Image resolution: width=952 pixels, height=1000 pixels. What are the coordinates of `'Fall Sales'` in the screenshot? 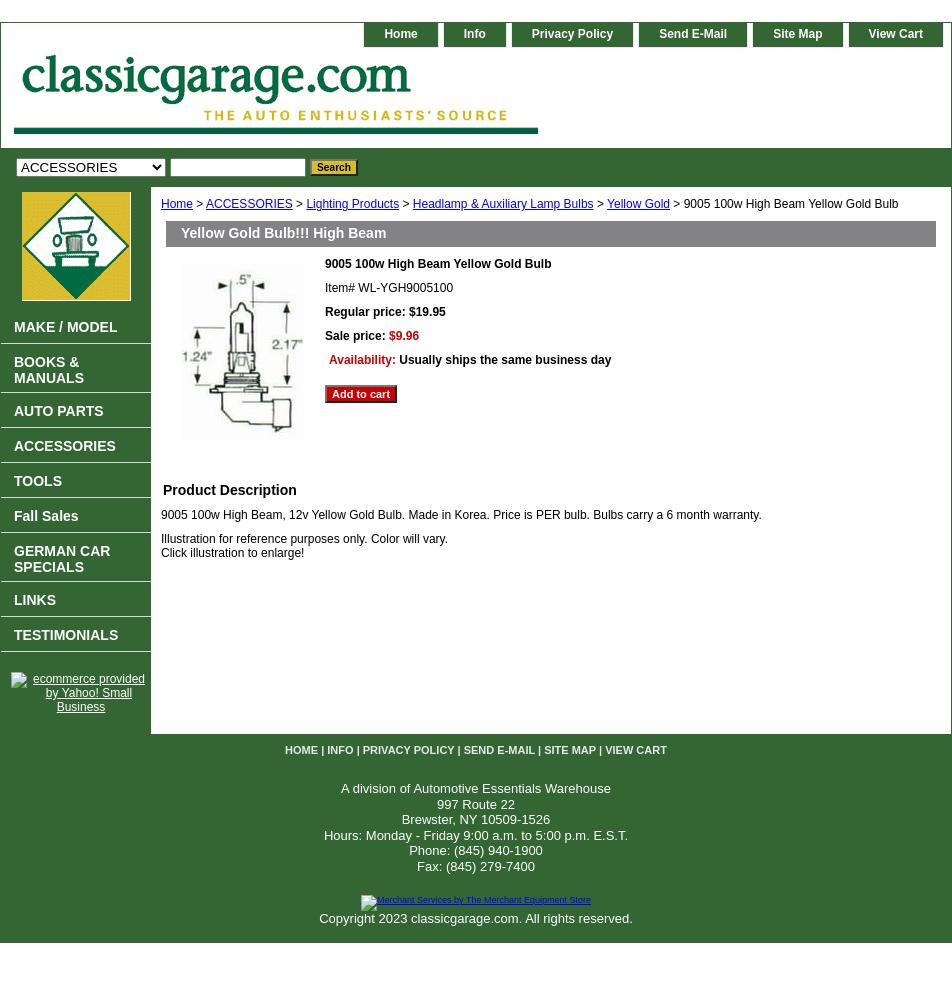 It's located at (45, 516).